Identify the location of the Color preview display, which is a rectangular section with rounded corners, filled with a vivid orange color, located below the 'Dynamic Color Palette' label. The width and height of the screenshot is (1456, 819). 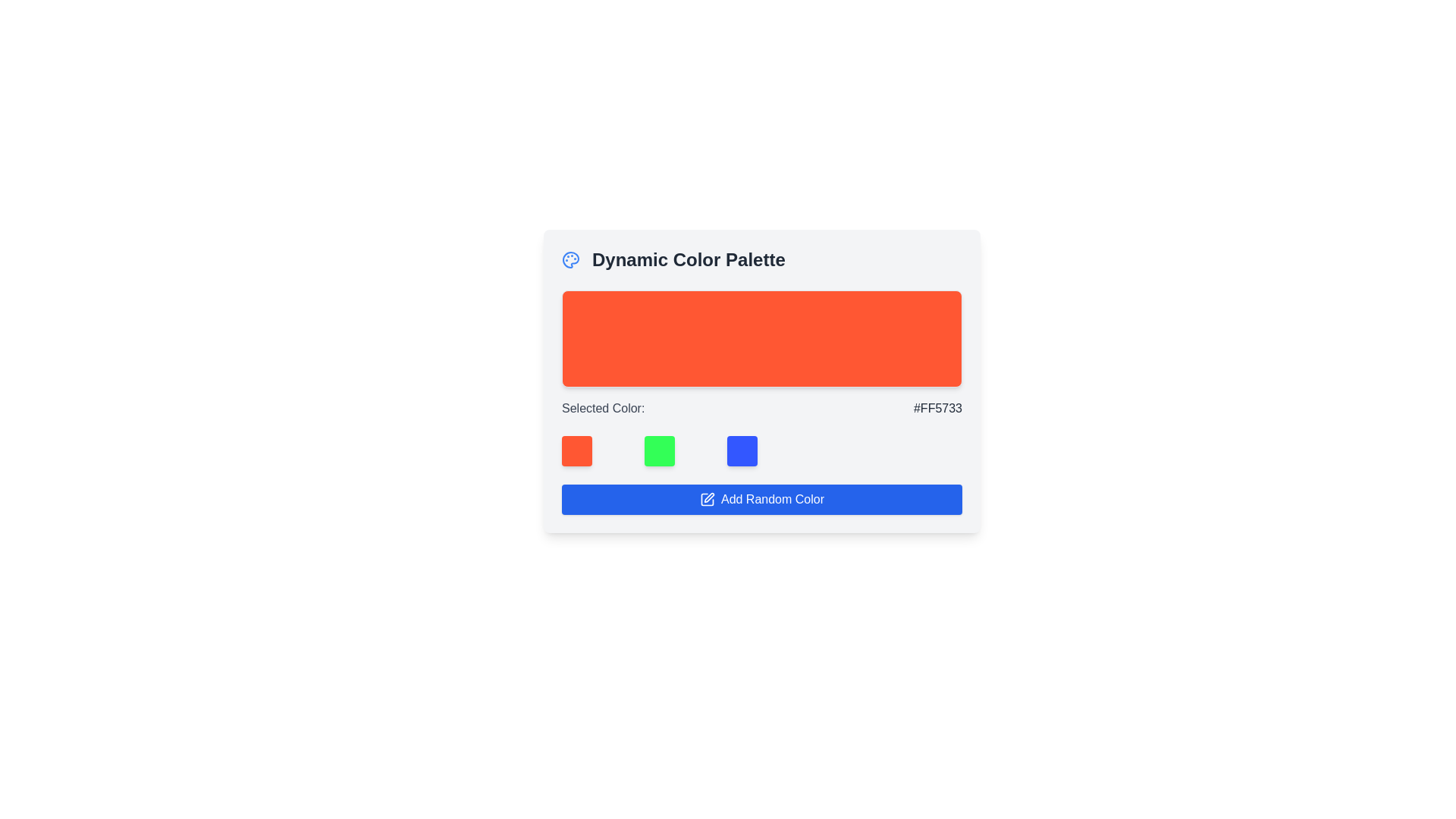
(761, 380).